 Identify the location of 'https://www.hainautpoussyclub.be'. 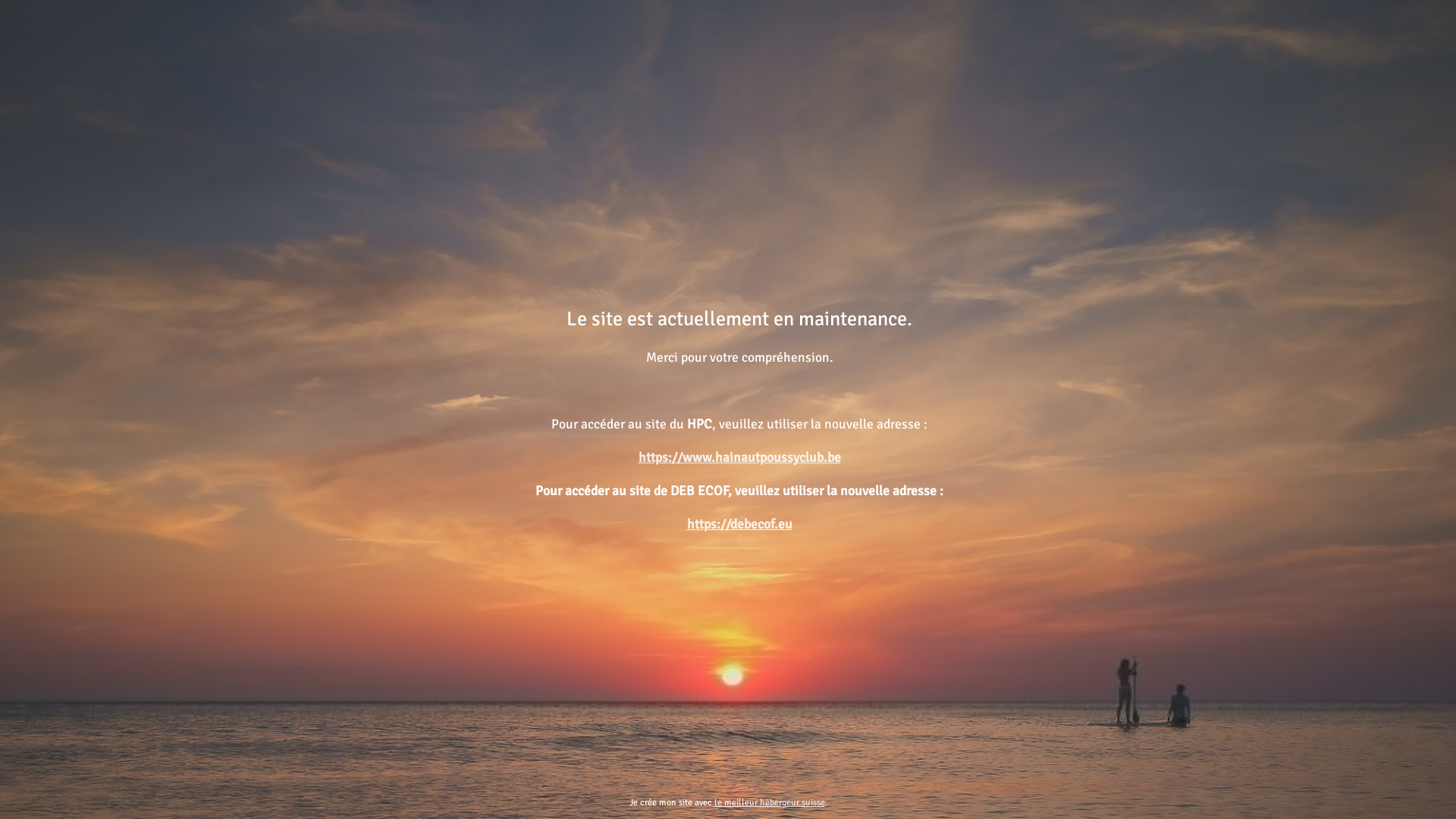
(739, 456).